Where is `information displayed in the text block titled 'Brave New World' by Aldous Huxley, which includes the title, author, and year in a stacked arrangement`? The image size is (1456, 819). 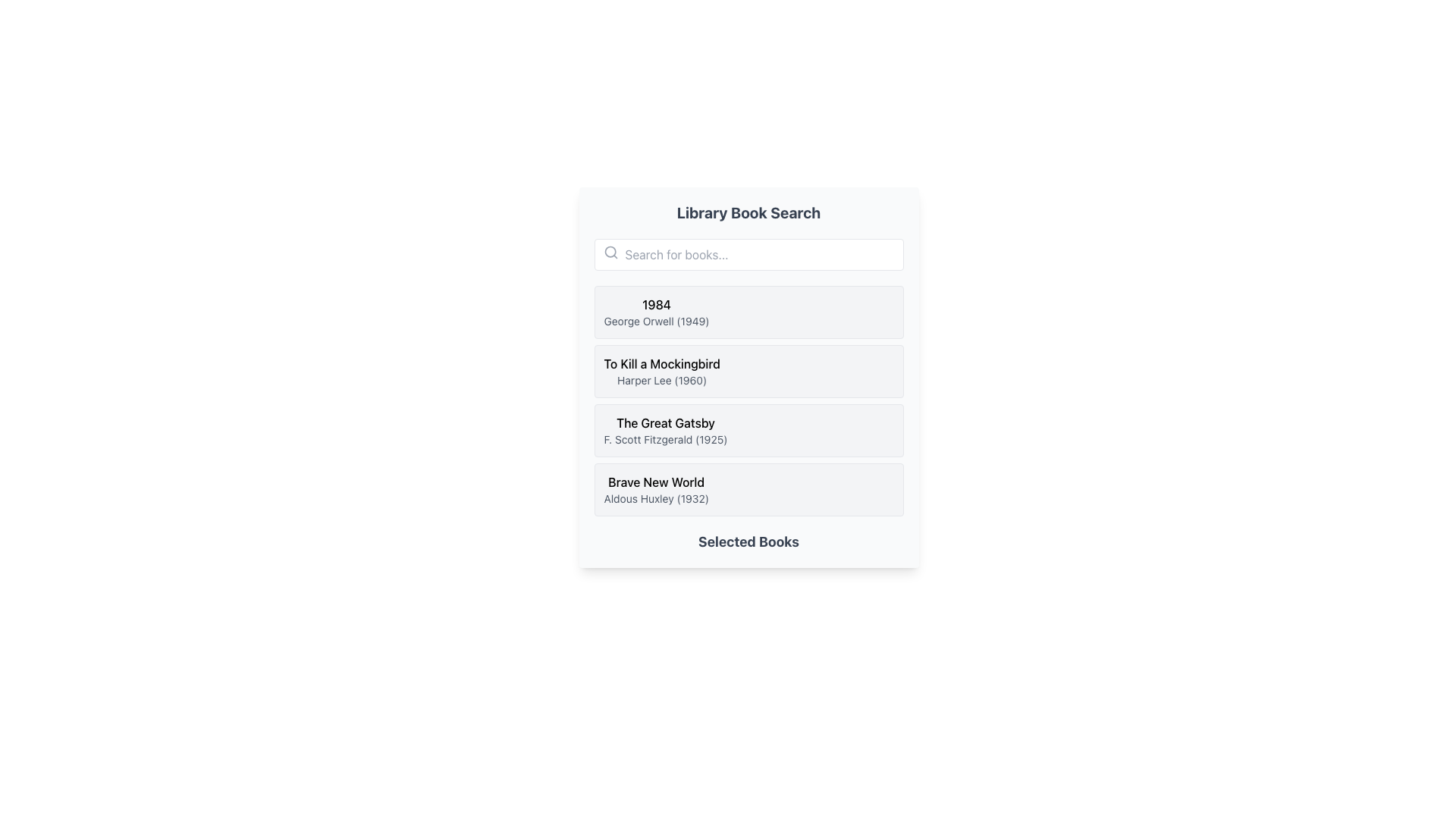
information displayed in the text block titled 'Brave New World' by Aldous Huxley, which includes the title, author, and year in a stacked arrangement is located at coordinates (656, 489).